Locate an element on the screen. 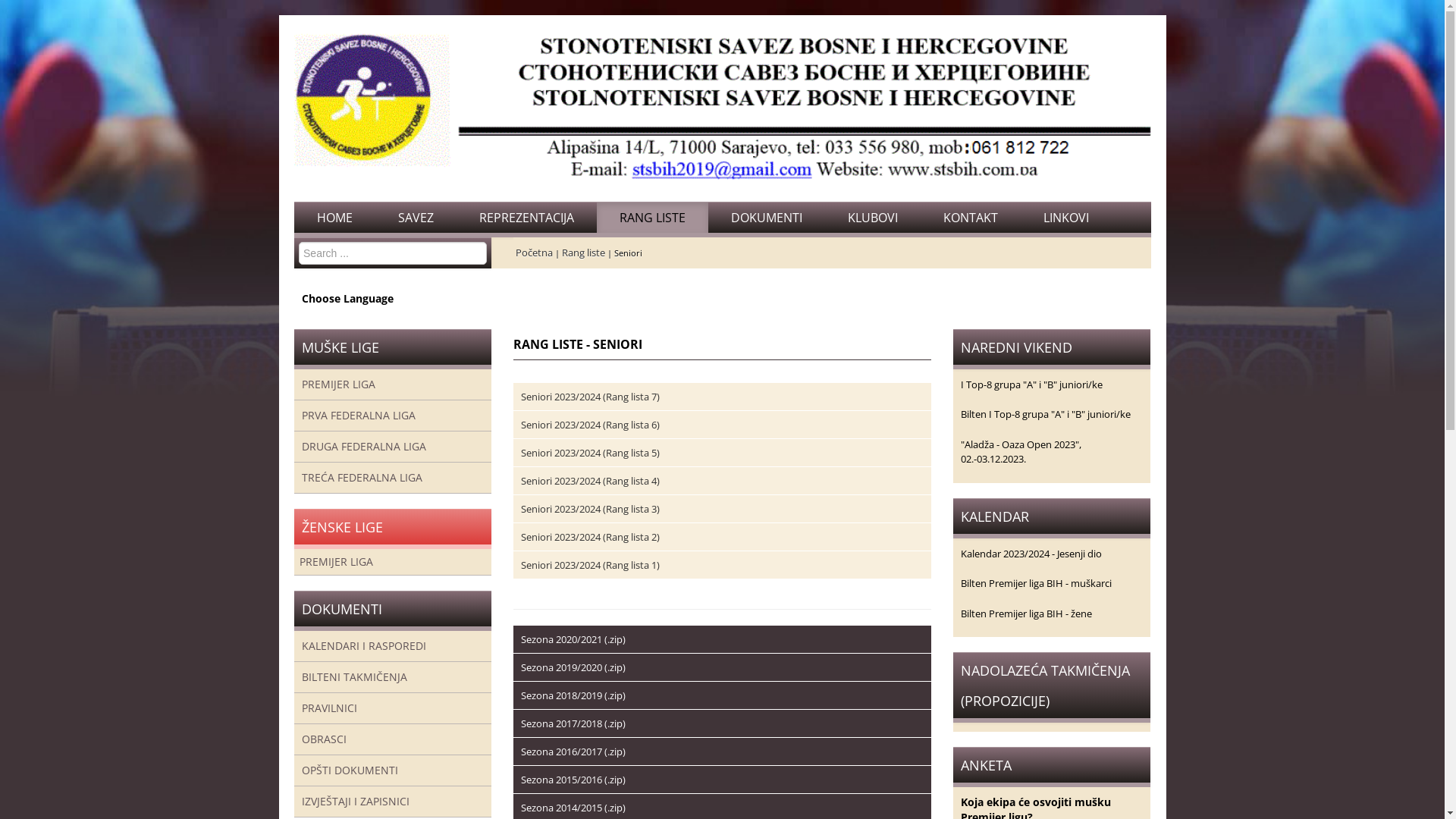 The image size is (1456, 819). 'RANG LISTE' is located at coordinates (595, 217).